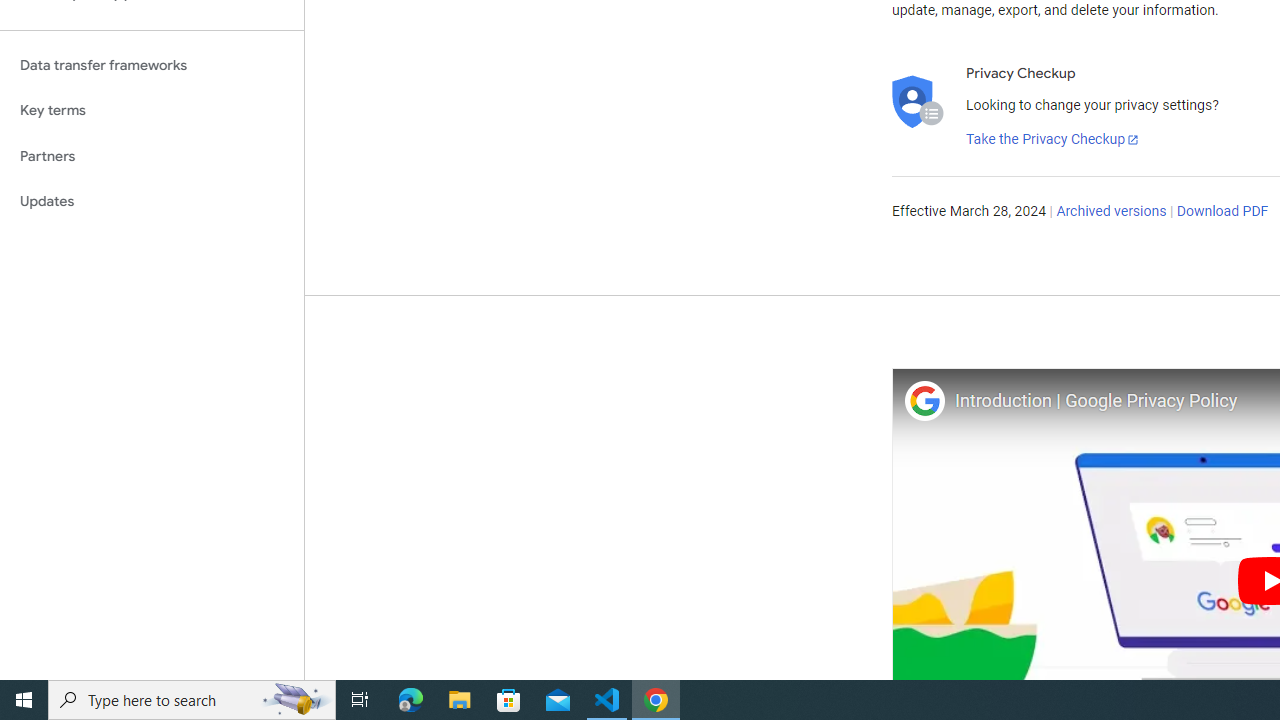  What do you see at coordinates (151, 64) in the screenshot?
I see `'Data transfer frameworks'` at bounding box center [151, 64].